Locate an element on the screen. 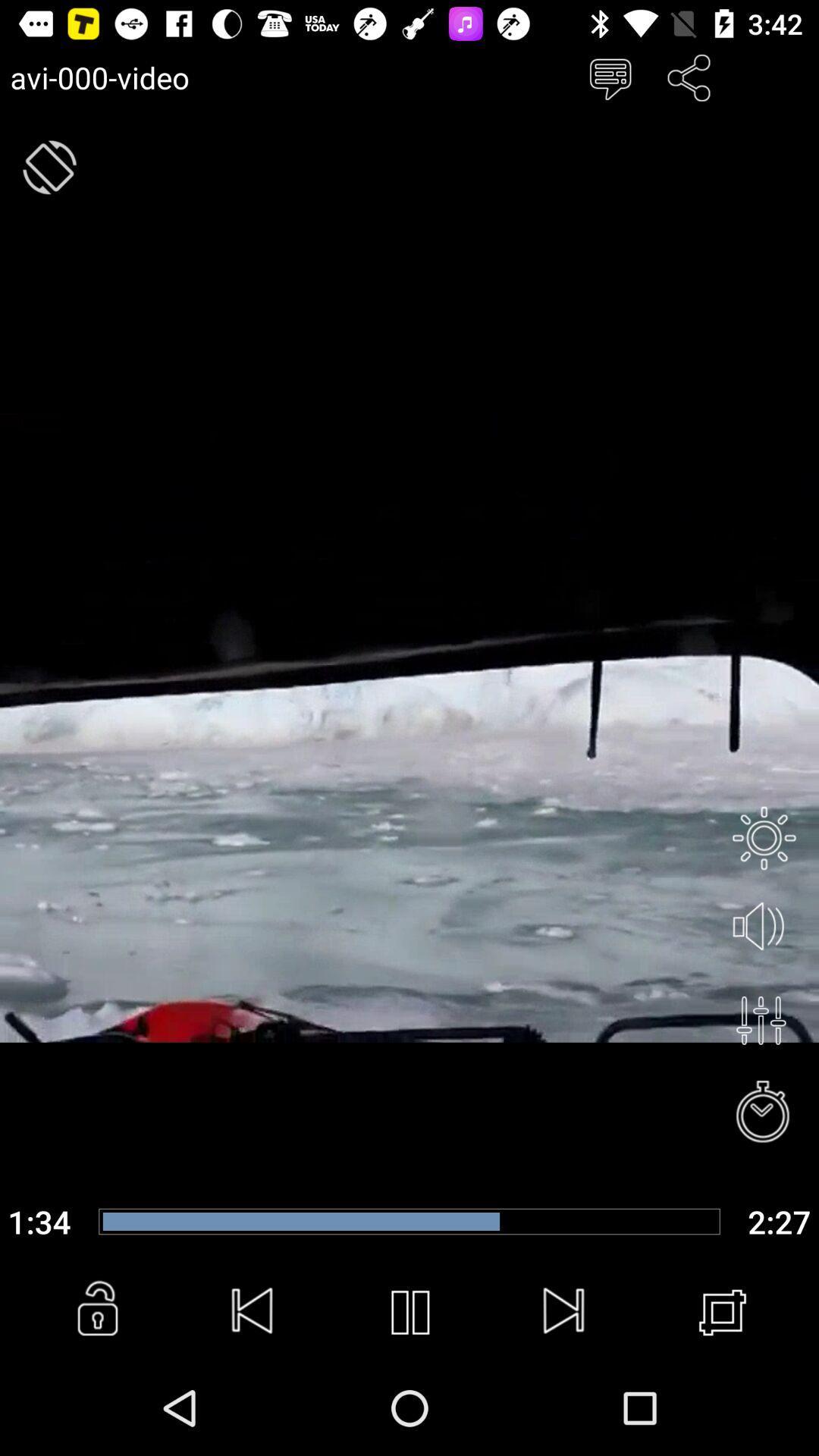  clock option is located at coordinates (764, 1113).